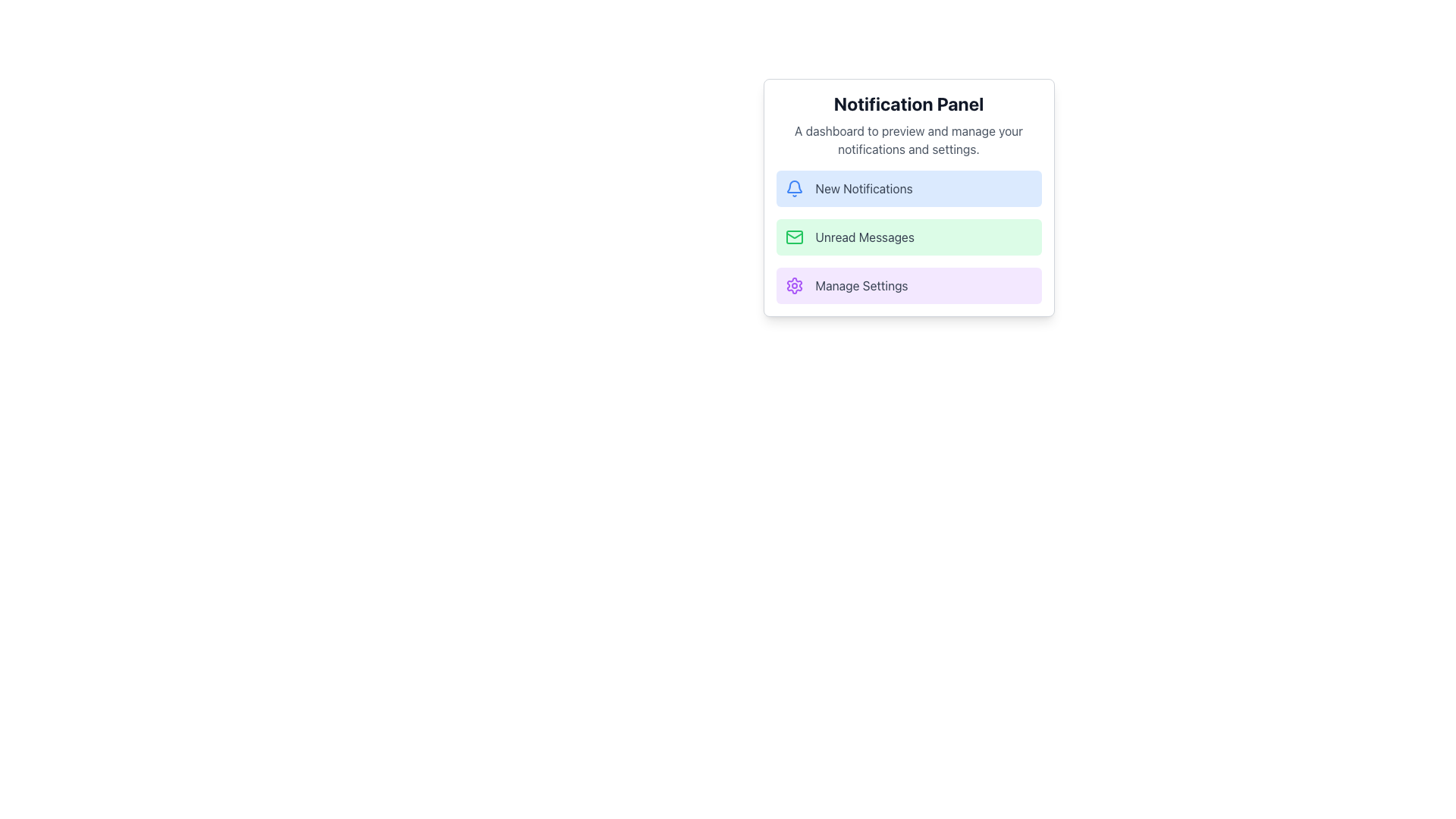 This screenshot has height=819, width=1456. Describe the element at coordinates (908, 237) in the screenshot. I see `the second button in the vertical list for viewing unread messages, located centrally on the right half of the interface` at that location.